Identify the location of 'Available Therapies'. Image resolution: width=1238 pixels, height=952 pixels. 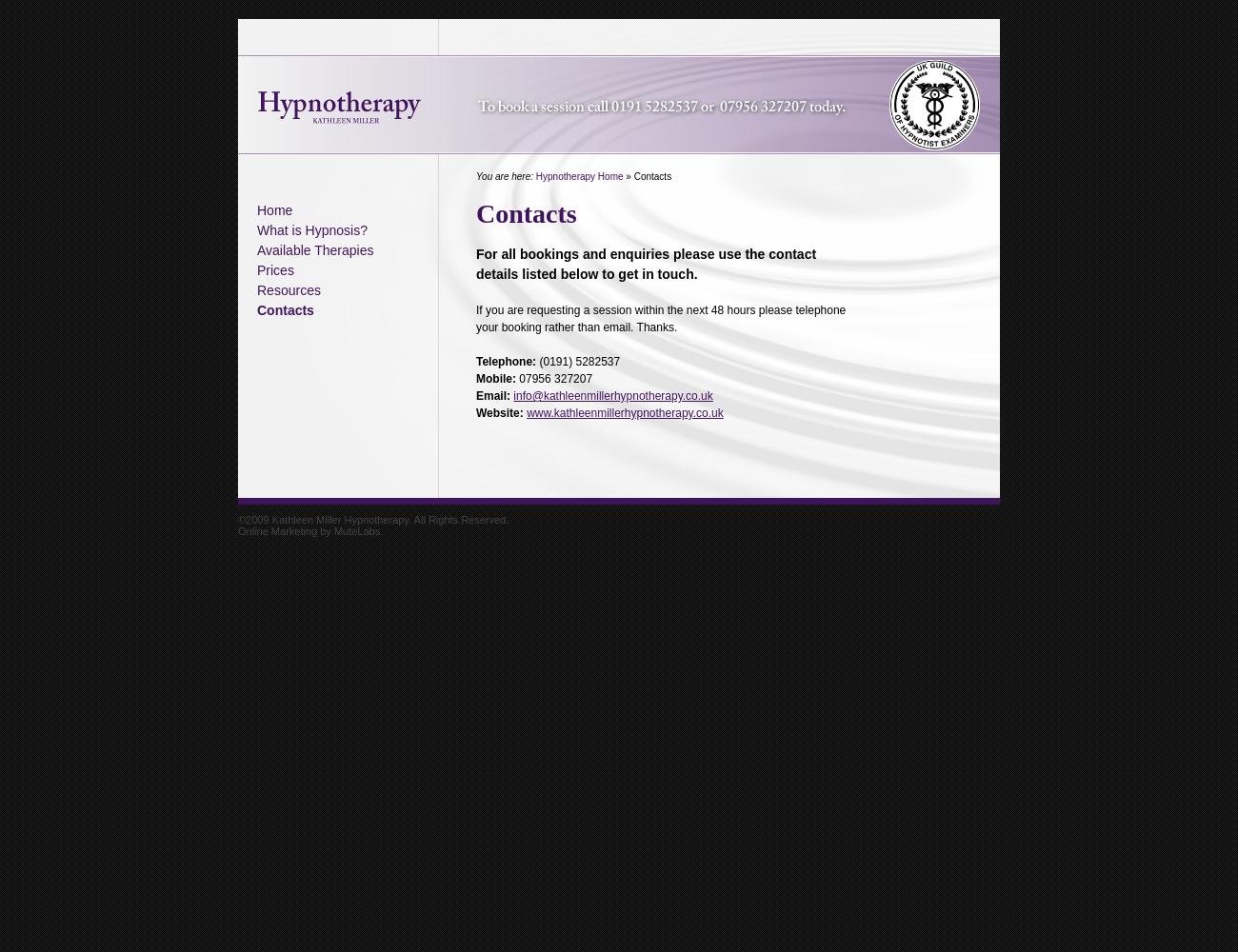
(313, 250).